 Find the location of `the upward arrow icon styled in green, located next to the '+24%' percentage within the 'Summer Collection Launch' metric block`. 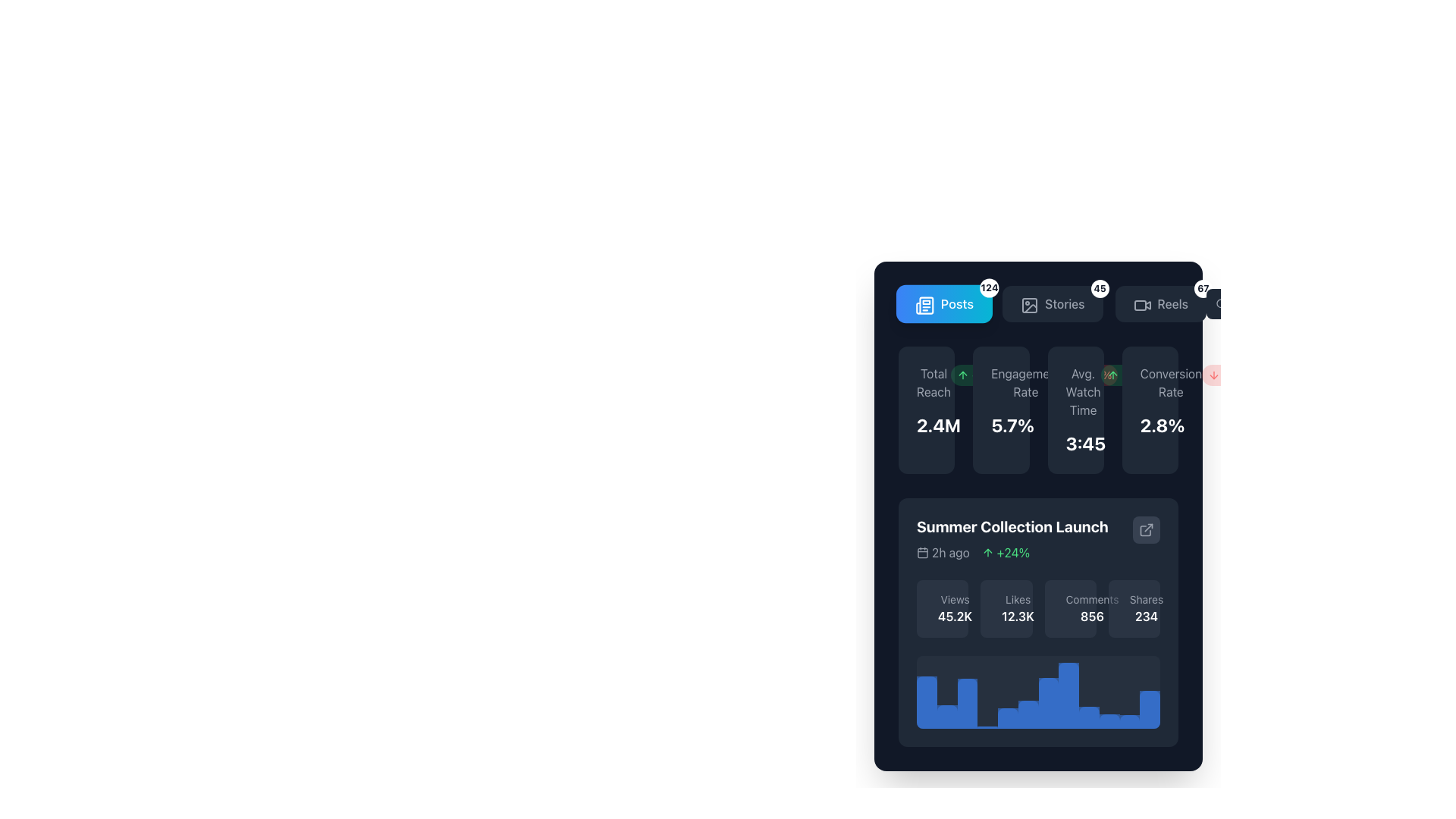

the upward arrow icon styled in green, located next to the '+24%' percentage within the 'Summer Collection Launch' metric block is located at coordinates (987, 553).